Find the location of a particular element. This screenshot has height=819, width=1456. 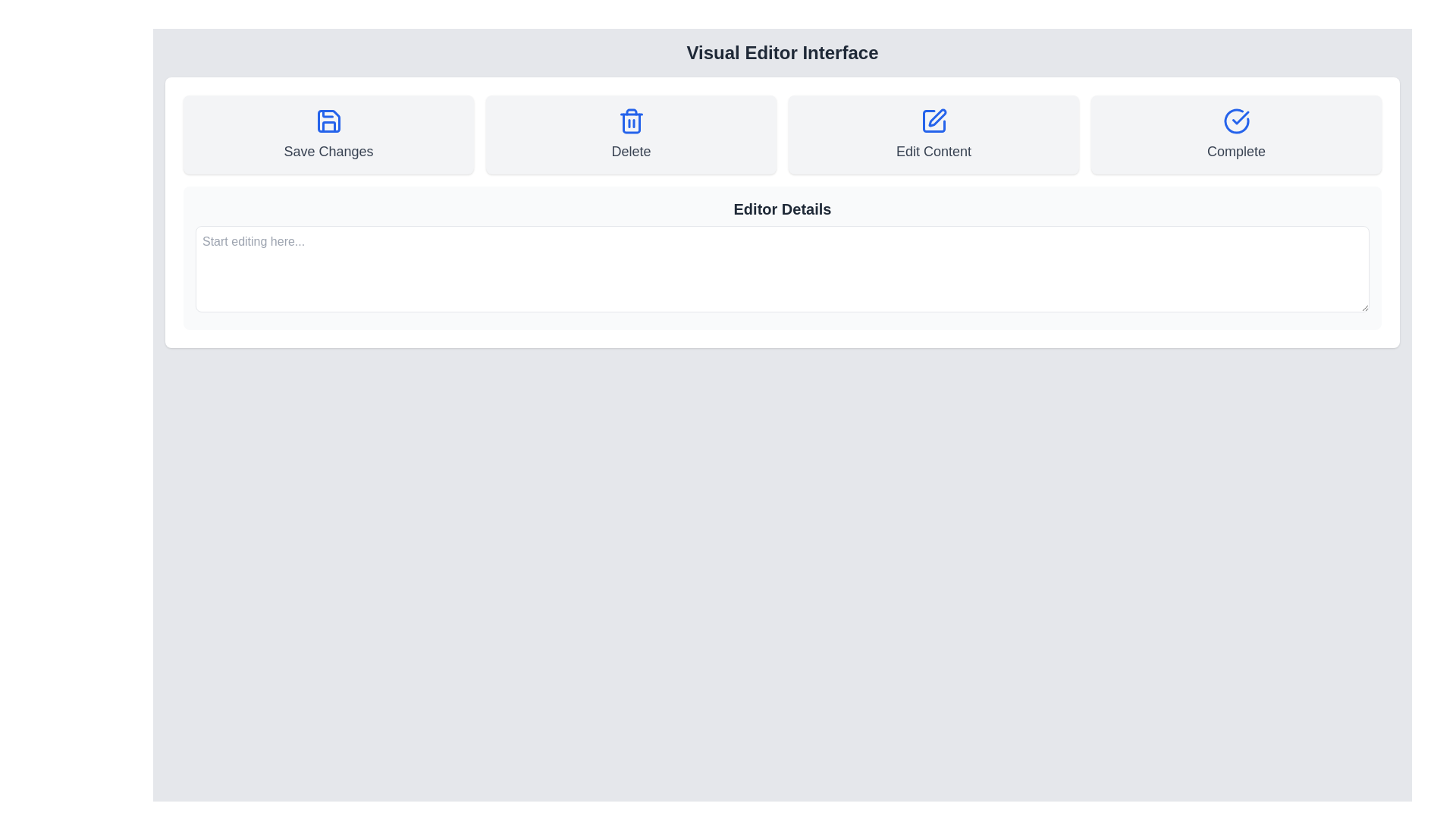

the 'Save Changes' button represented by the SVG save icon, which is located at the leftmost side of the top row of buttons in the interface is located at coordinates (328, 126).